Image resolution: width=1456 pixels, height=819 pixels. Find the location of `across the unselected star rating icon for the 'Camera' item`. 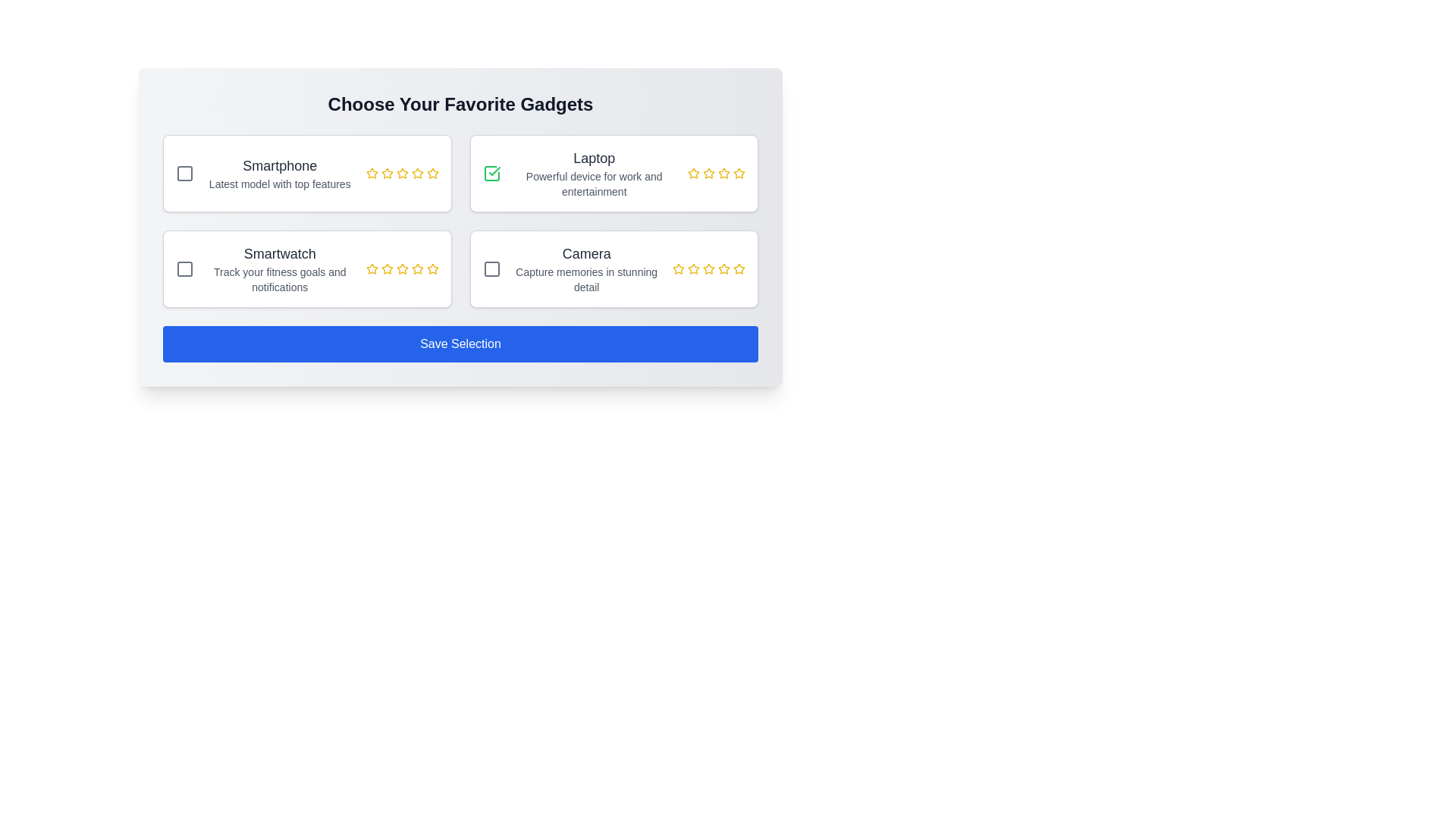

across the unselected star rating icon for the 'Camera' item is located at coordinates (677, 268).